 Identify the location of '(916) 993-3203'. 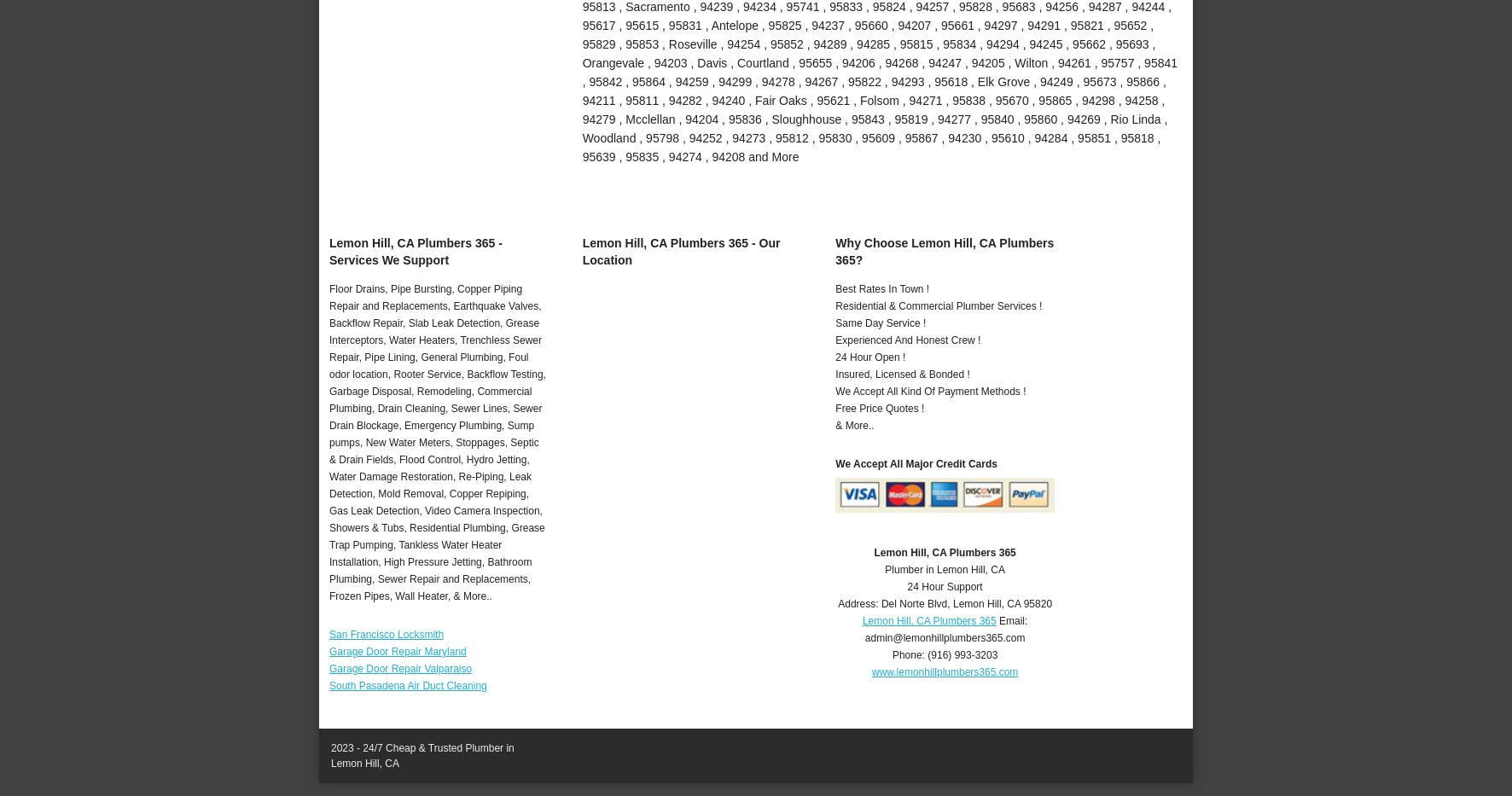
(962, 654).